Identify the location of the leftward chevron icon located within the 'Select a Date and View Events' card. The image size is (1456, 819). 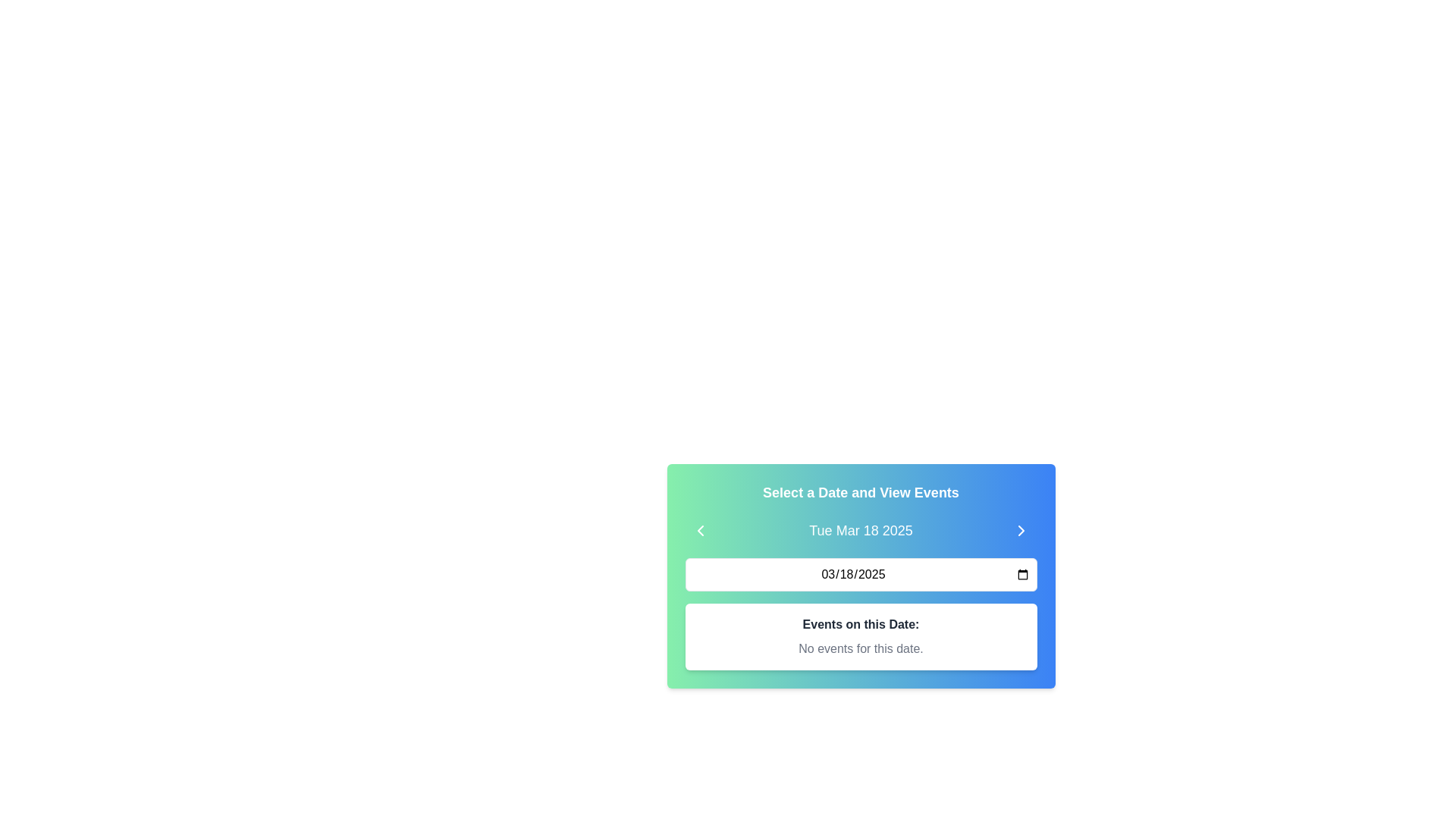
(699, 529).